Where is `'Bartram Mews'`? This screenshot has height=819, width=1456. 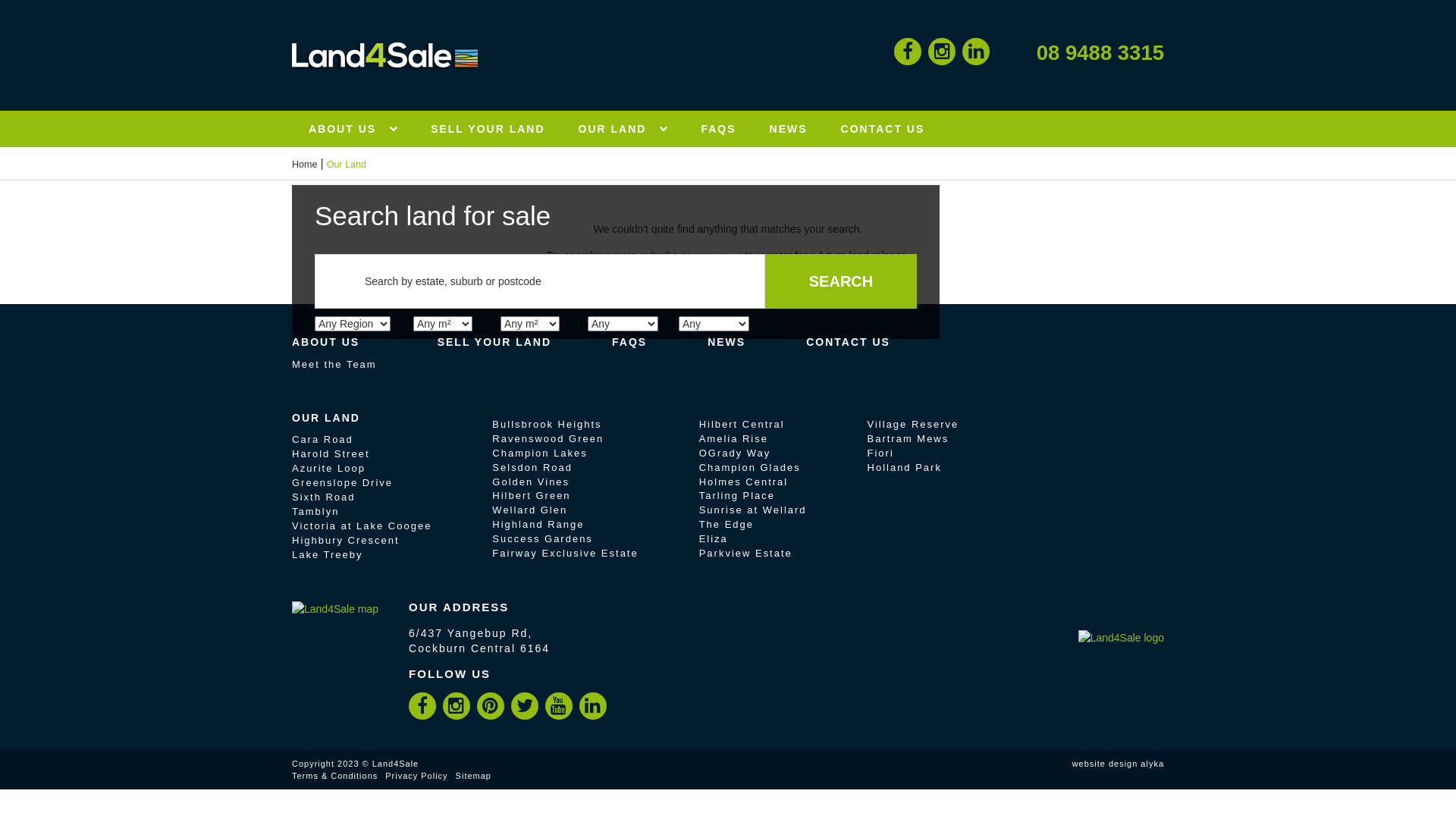
'Bartram Mews' is located at coordinates (908, 438).